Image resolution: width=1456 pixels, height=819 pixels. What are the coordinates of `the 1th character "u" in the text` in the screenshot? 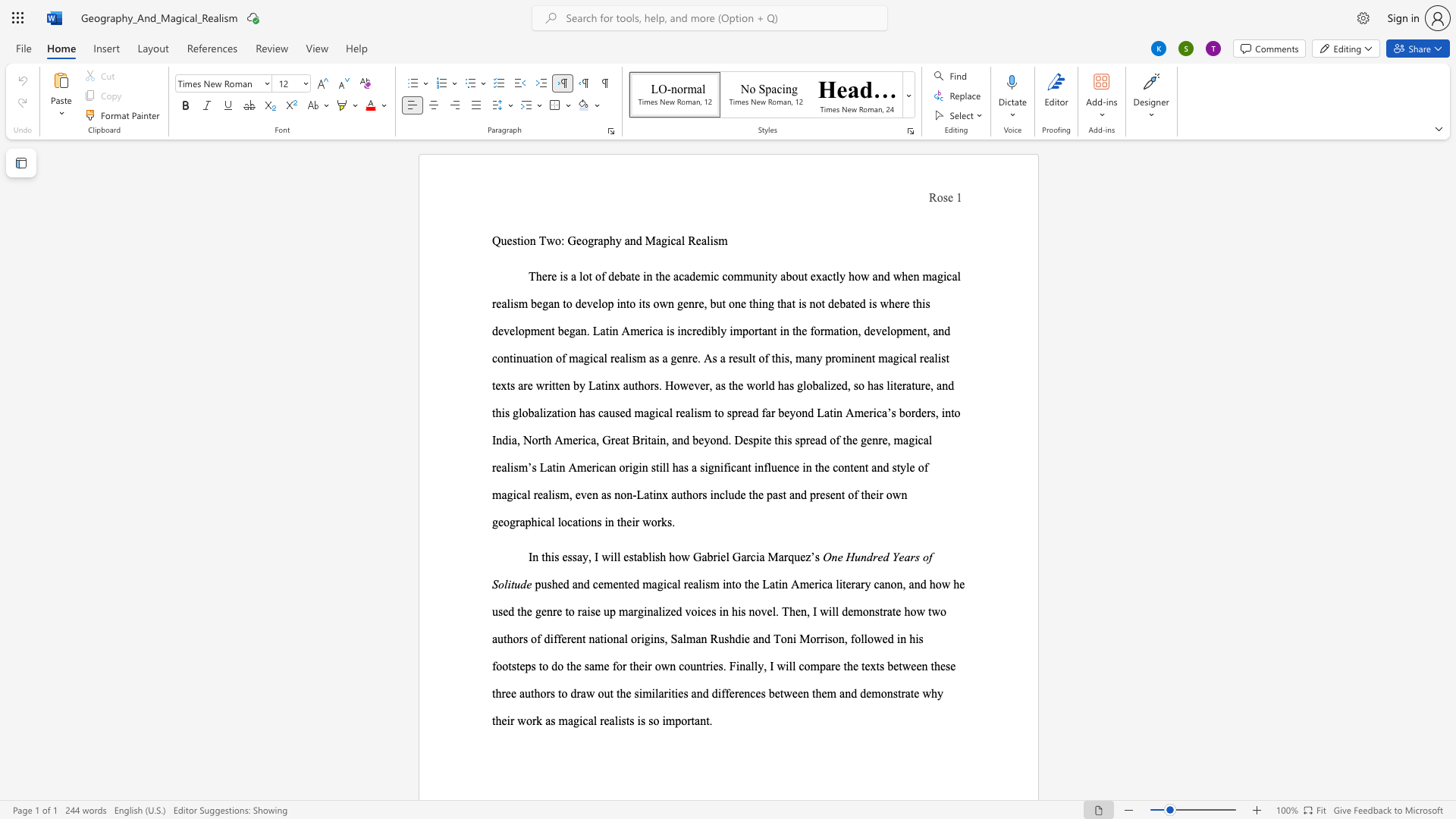 It's located at (679, 494).